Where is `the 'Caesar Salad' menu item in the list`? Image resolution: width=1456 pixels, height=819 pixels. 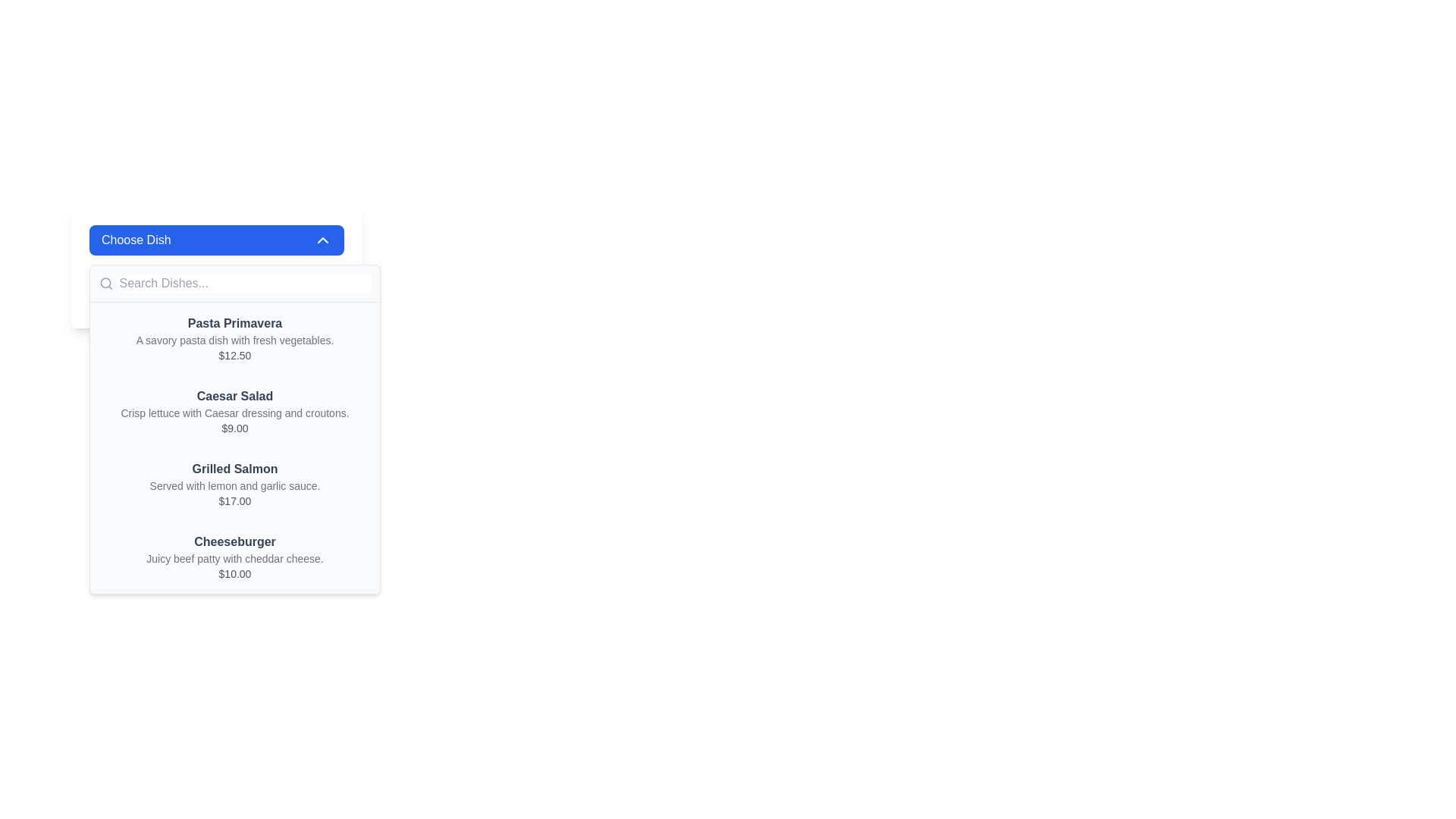 the 'Caesar Salad' menu item in the list is located at coordinates (234, 412).